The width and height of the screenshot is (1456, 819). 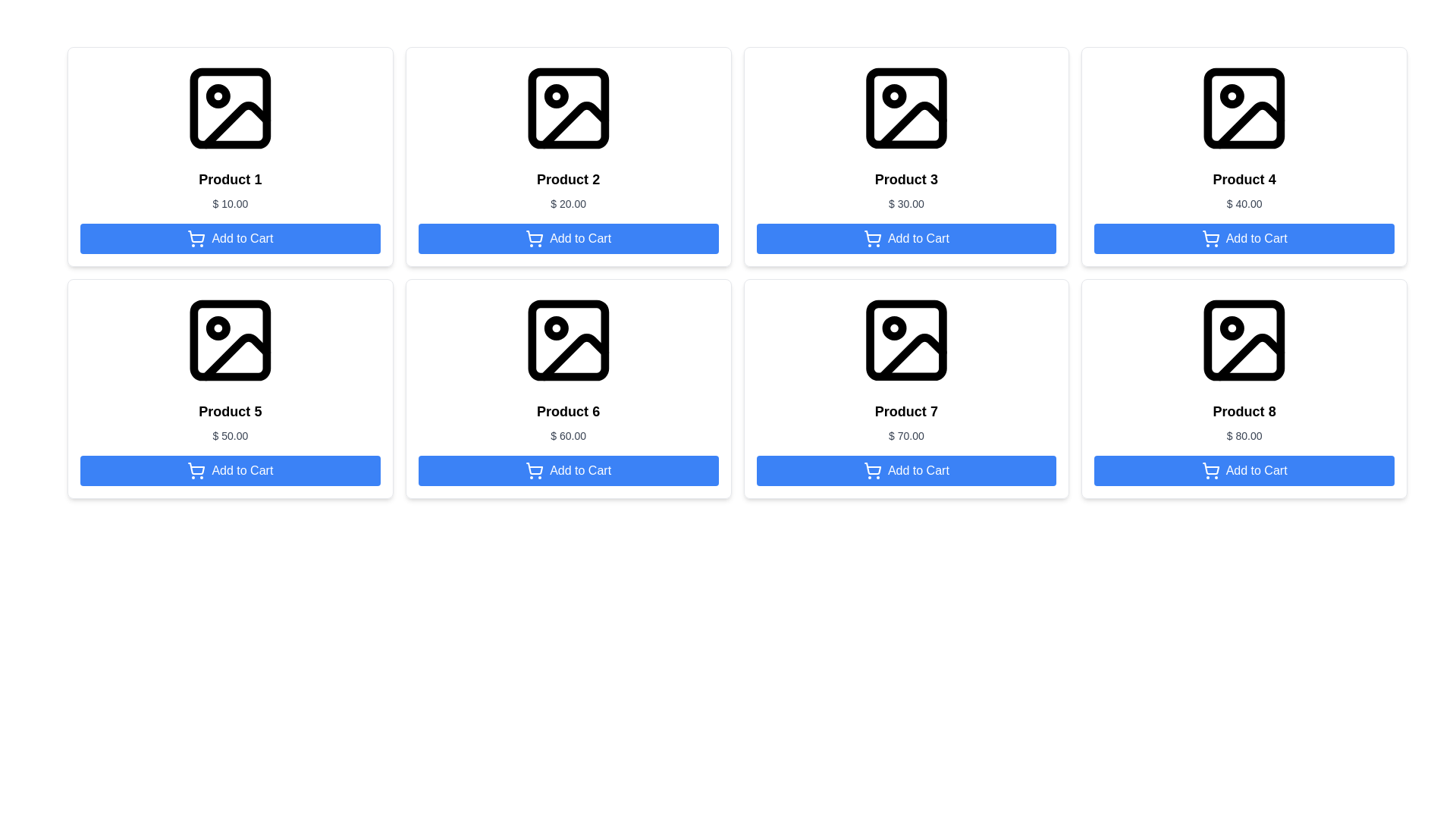 What do you see at coordinates (567, 203) in the screenshot?
I see `the price label displaying '$ 20.00' in gray text, located within the card for 'Product 2', positioned below the product title and above the 'Add to Cart' button` at bounding box center [567, 203].